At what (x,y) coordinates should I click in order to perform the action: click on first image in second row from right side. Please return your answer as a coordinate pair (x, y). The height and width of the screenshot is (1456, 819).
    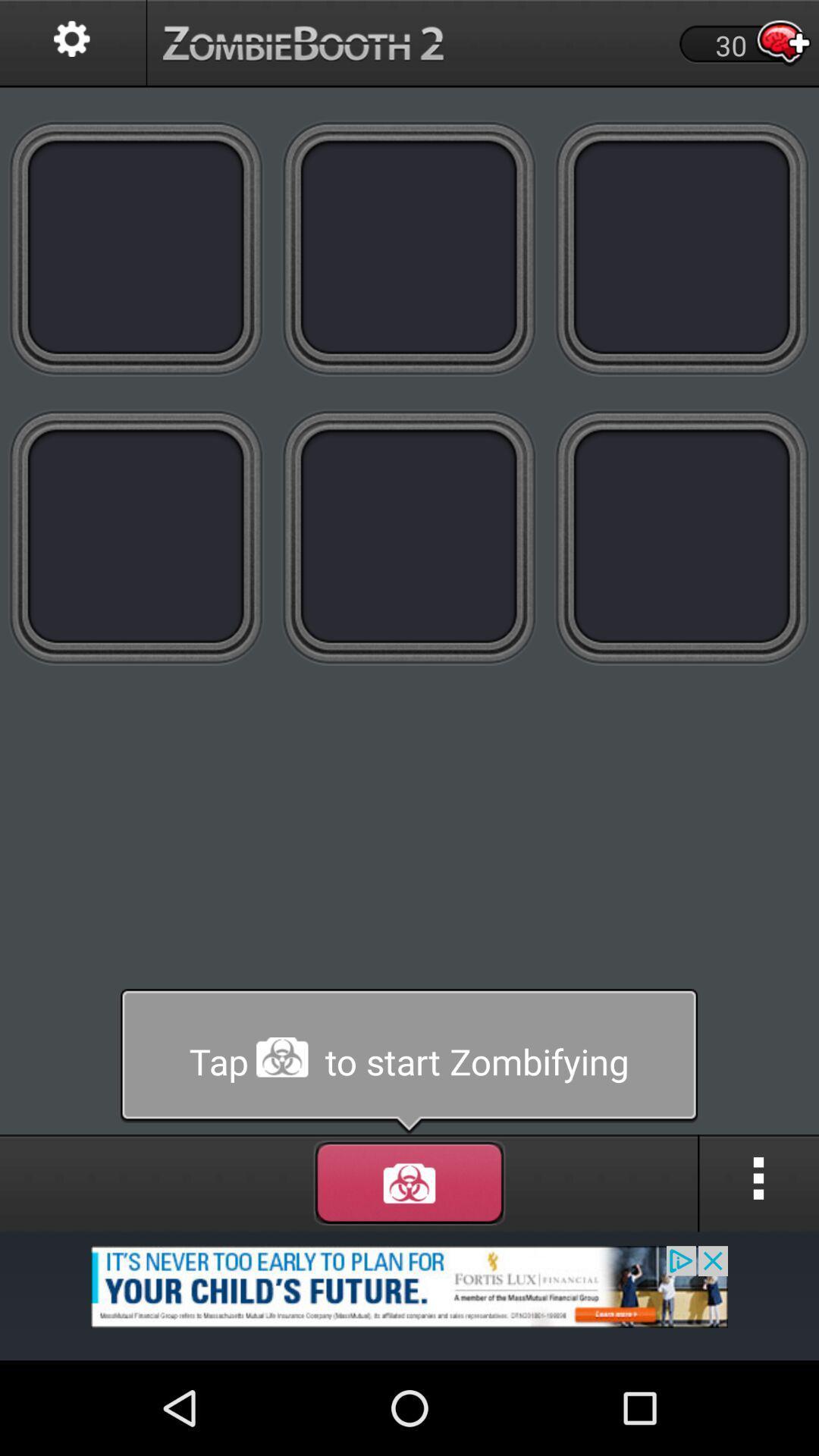
    Looking at the image, I should click on (682, 537).